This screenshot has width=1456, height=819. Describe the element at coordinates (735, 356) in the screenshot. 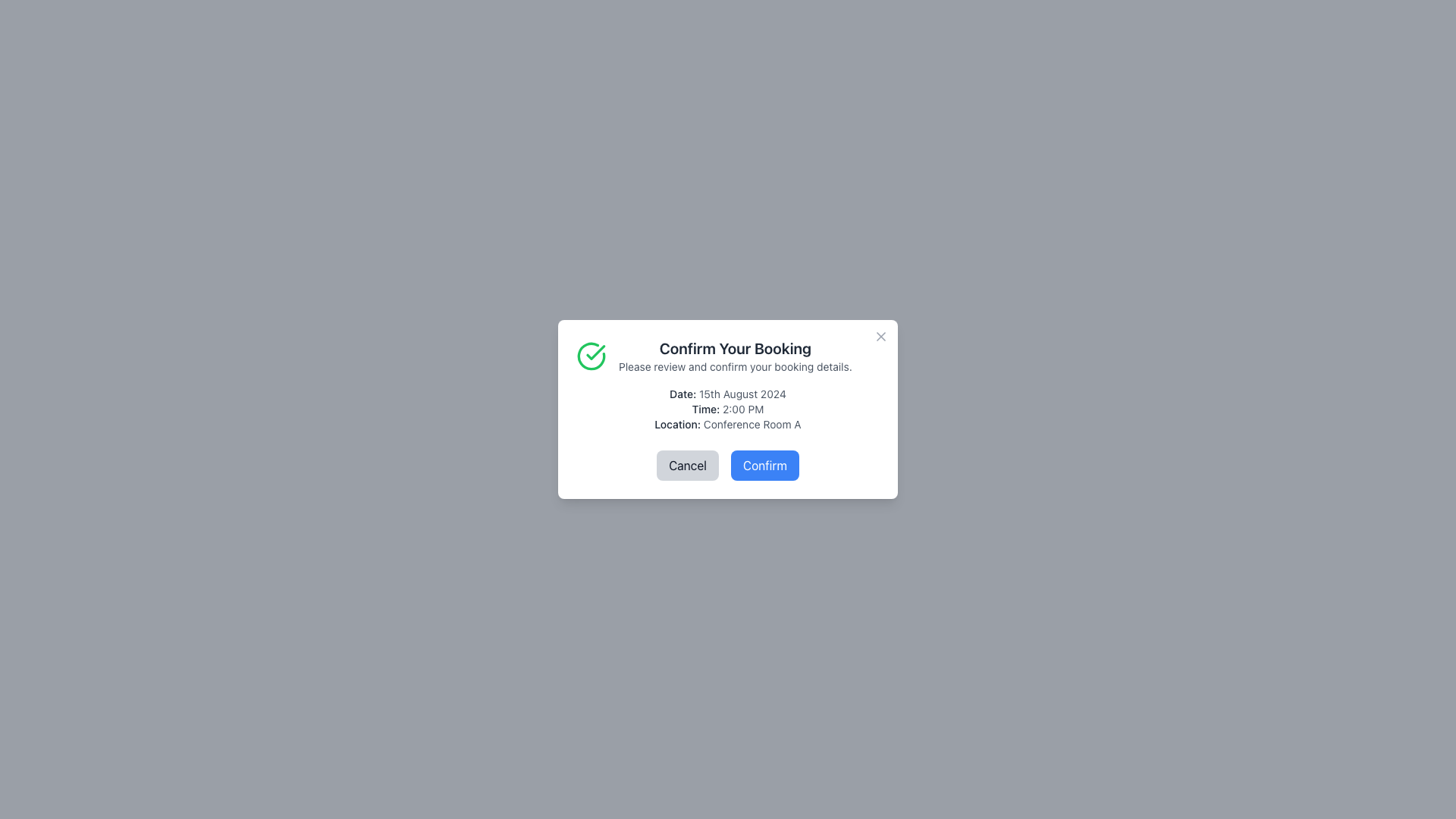

I see `text in the header titled 'Confirm Your Booking' with a subtext below it that says 'Please review and confirm your booking details.' This header is located at the center of a white modal box on a muted gray background` at that location.